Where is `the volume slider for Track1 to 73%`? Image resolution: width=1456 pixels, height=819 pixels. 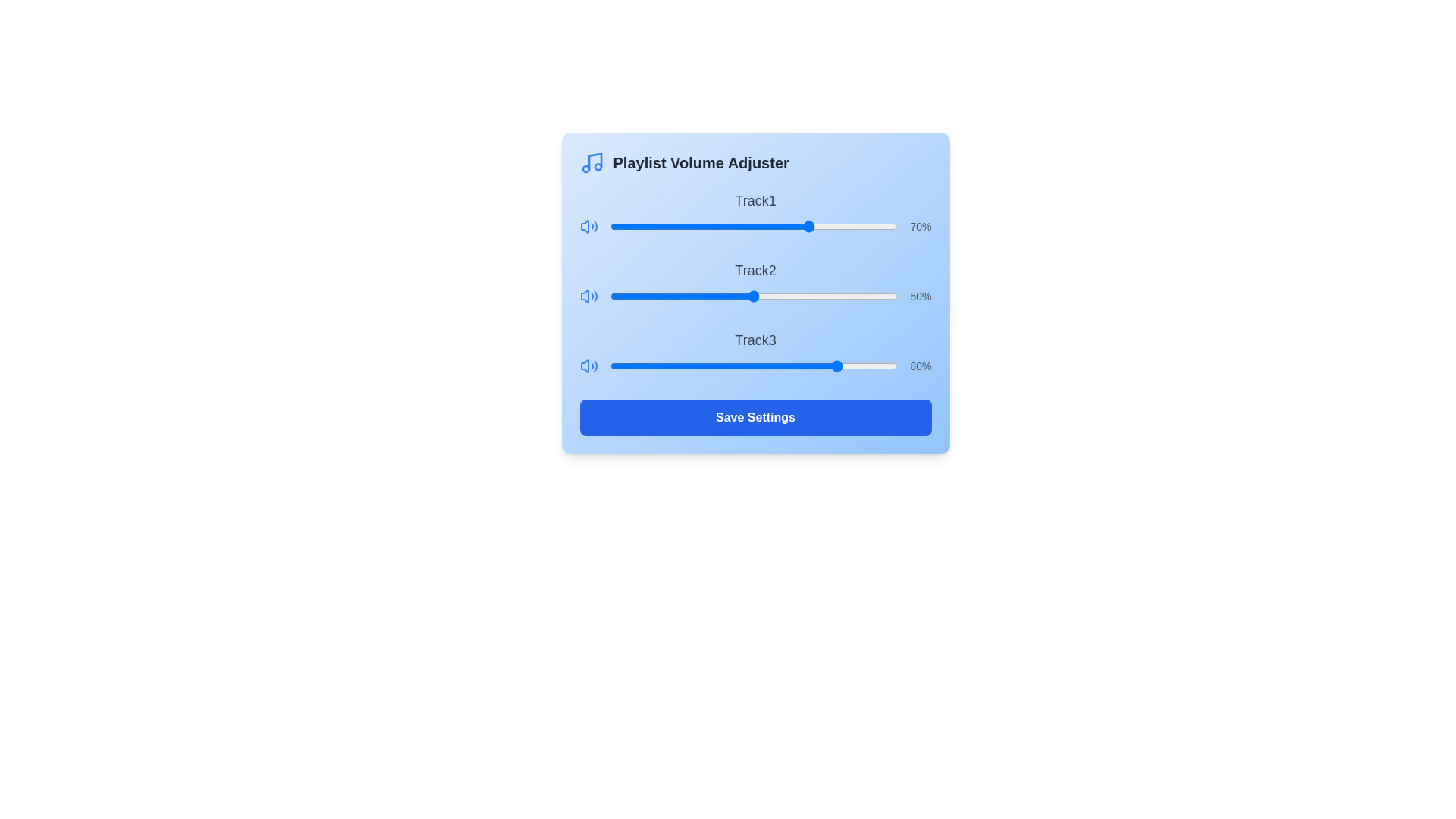 the volume slider for Track1 to 73% is located at coordinates (819, 227).